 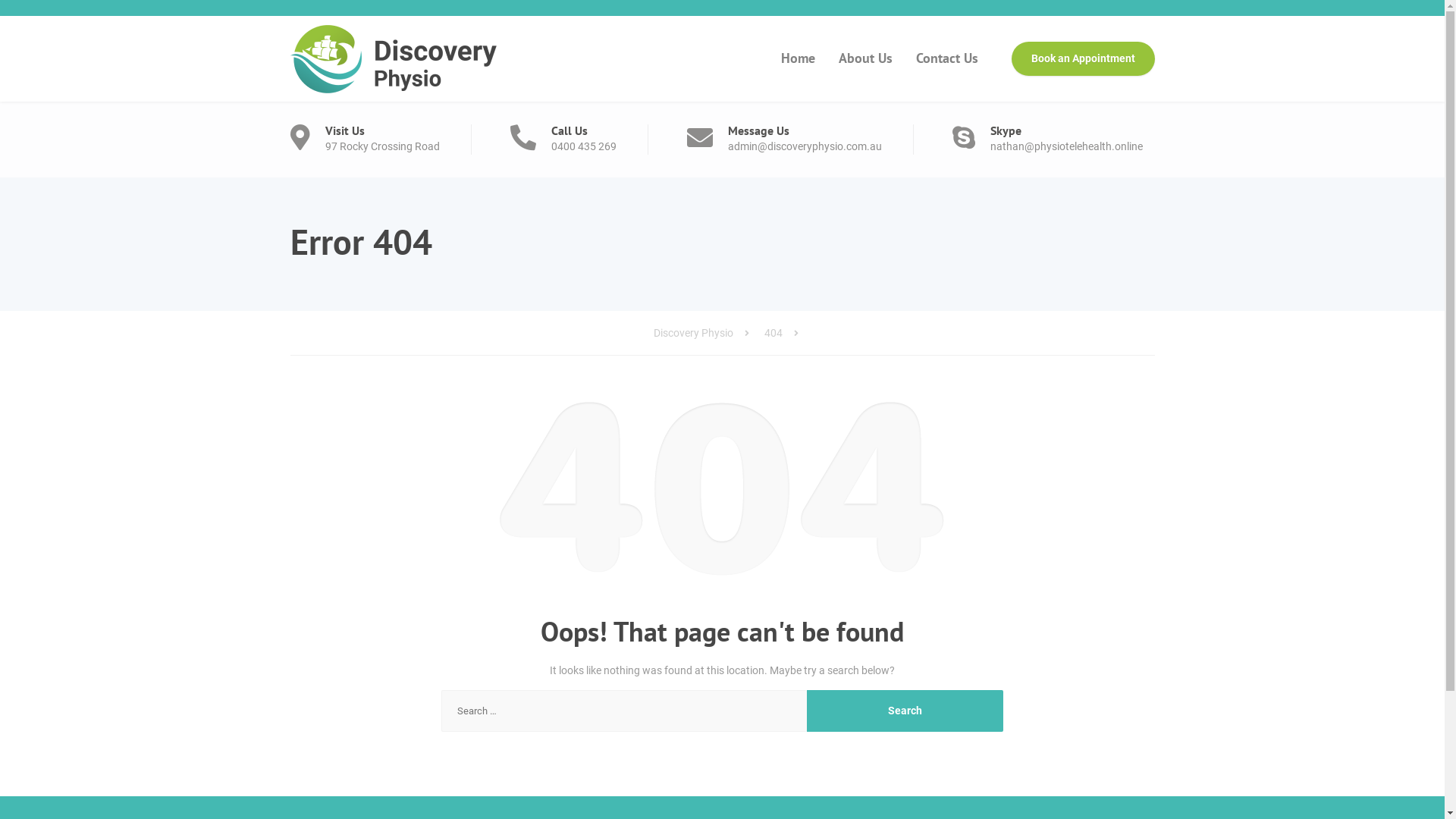 I want to click on 'Discovery Physio', so click(x=654, y=332).